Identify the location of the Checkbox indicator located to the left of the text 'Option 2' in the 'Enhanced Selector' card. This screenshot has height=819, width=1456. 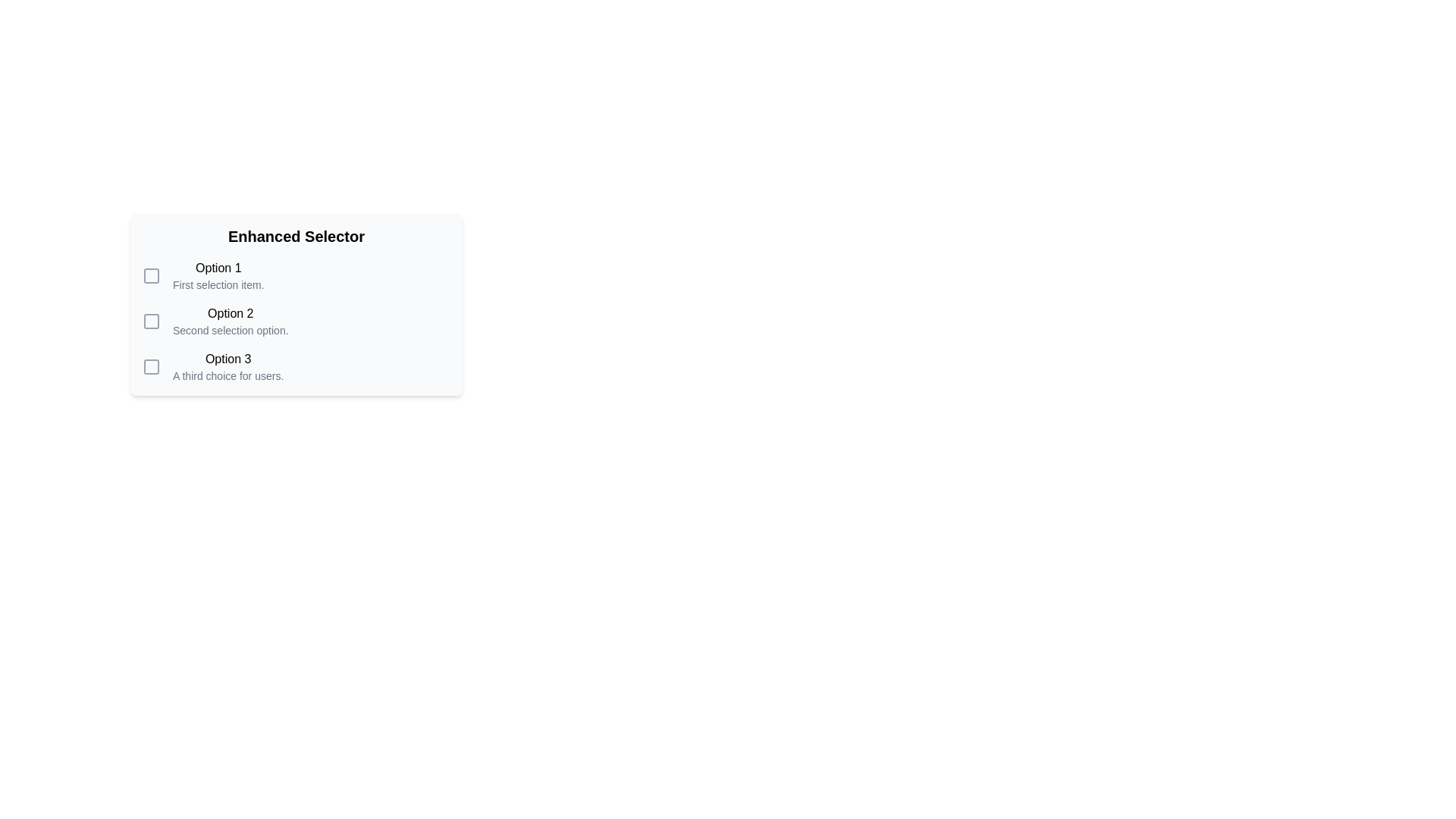
(152, 321).